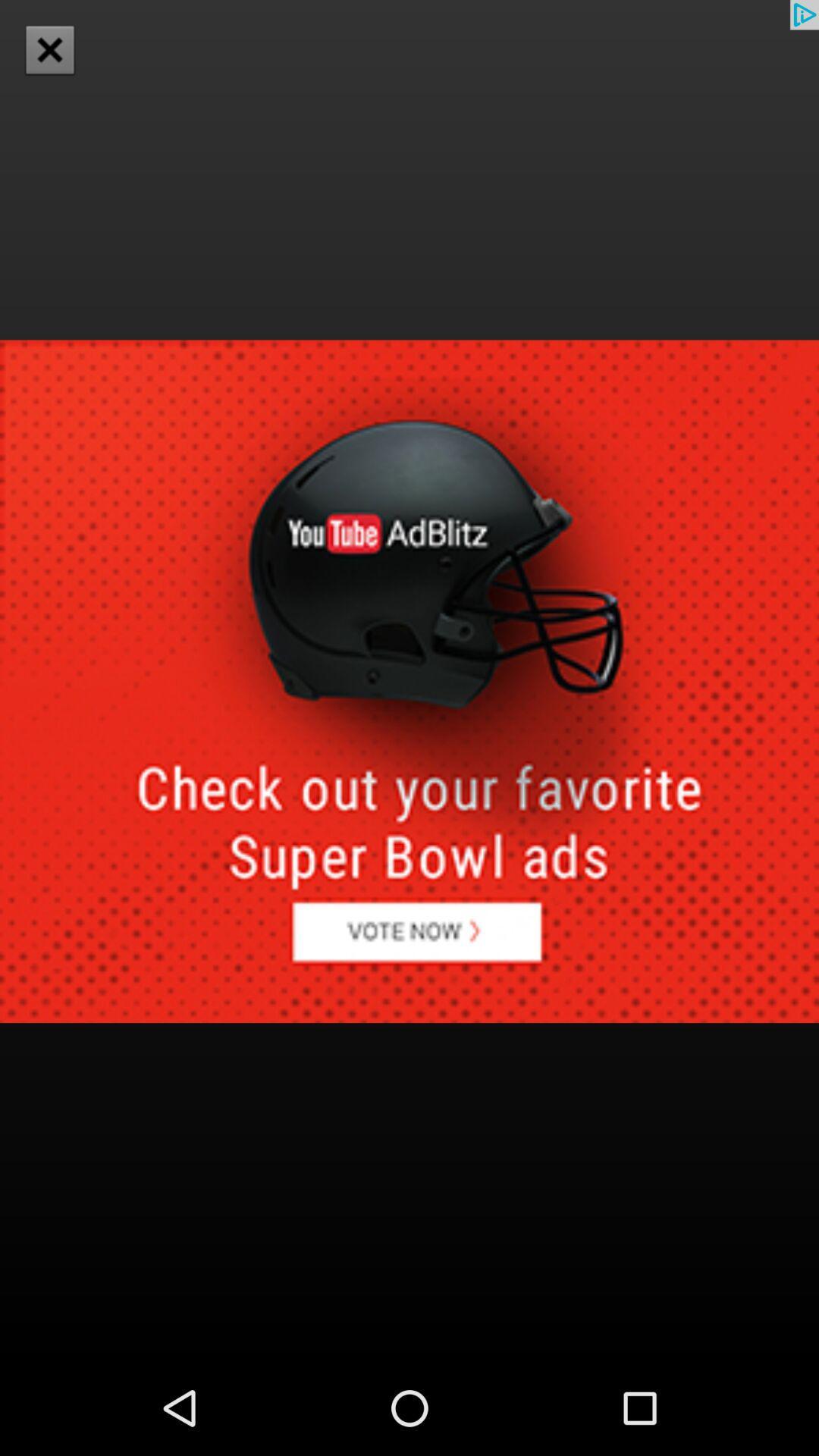 The height and width of the screenshot is (1456, 819). Describe the element at coordinates (49, 53) in the screenshot. I see `the close icon` at that location.